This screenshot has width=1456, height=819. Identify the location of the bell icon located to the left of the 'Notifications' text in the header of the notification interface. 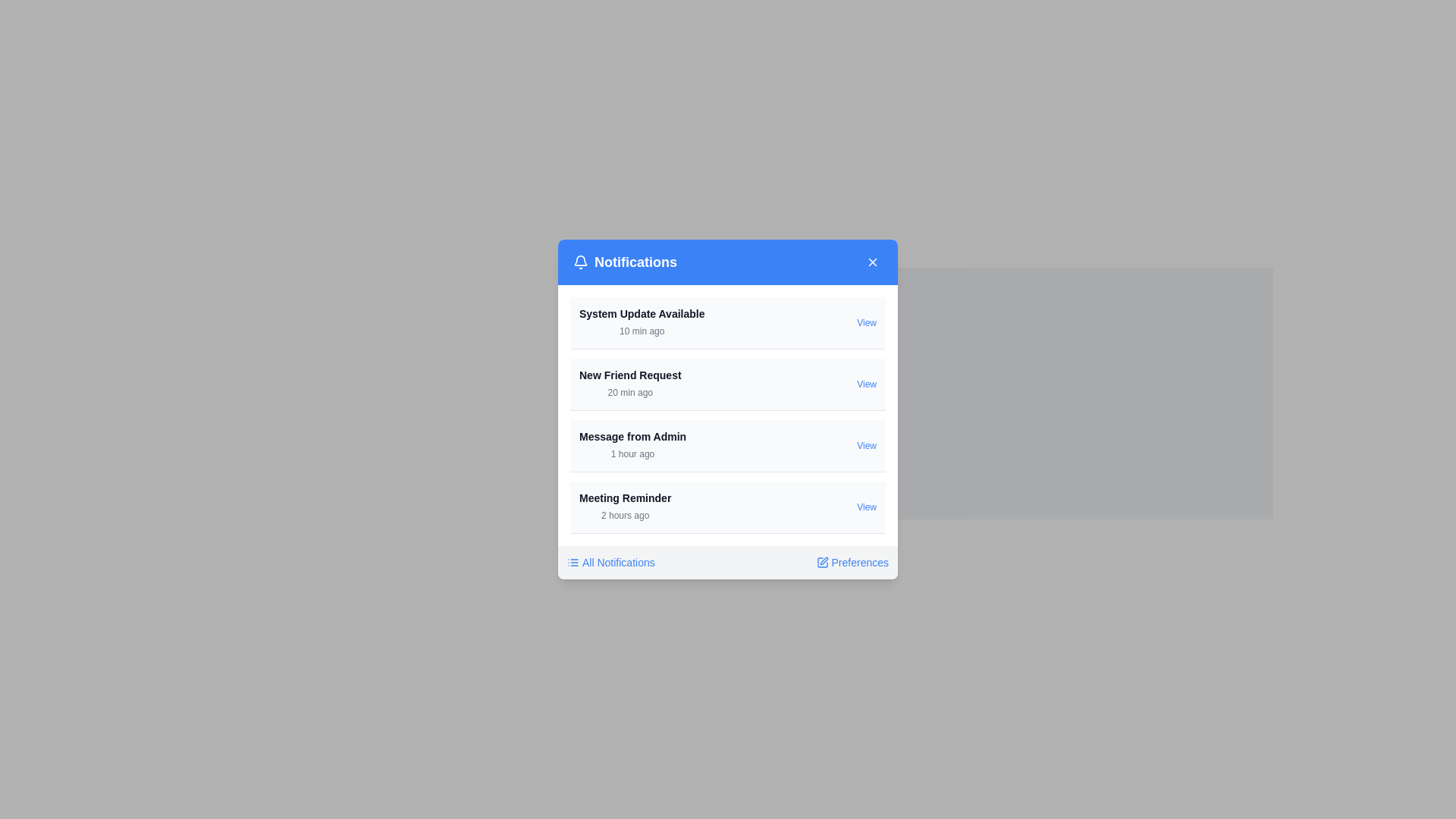
(580, 262).